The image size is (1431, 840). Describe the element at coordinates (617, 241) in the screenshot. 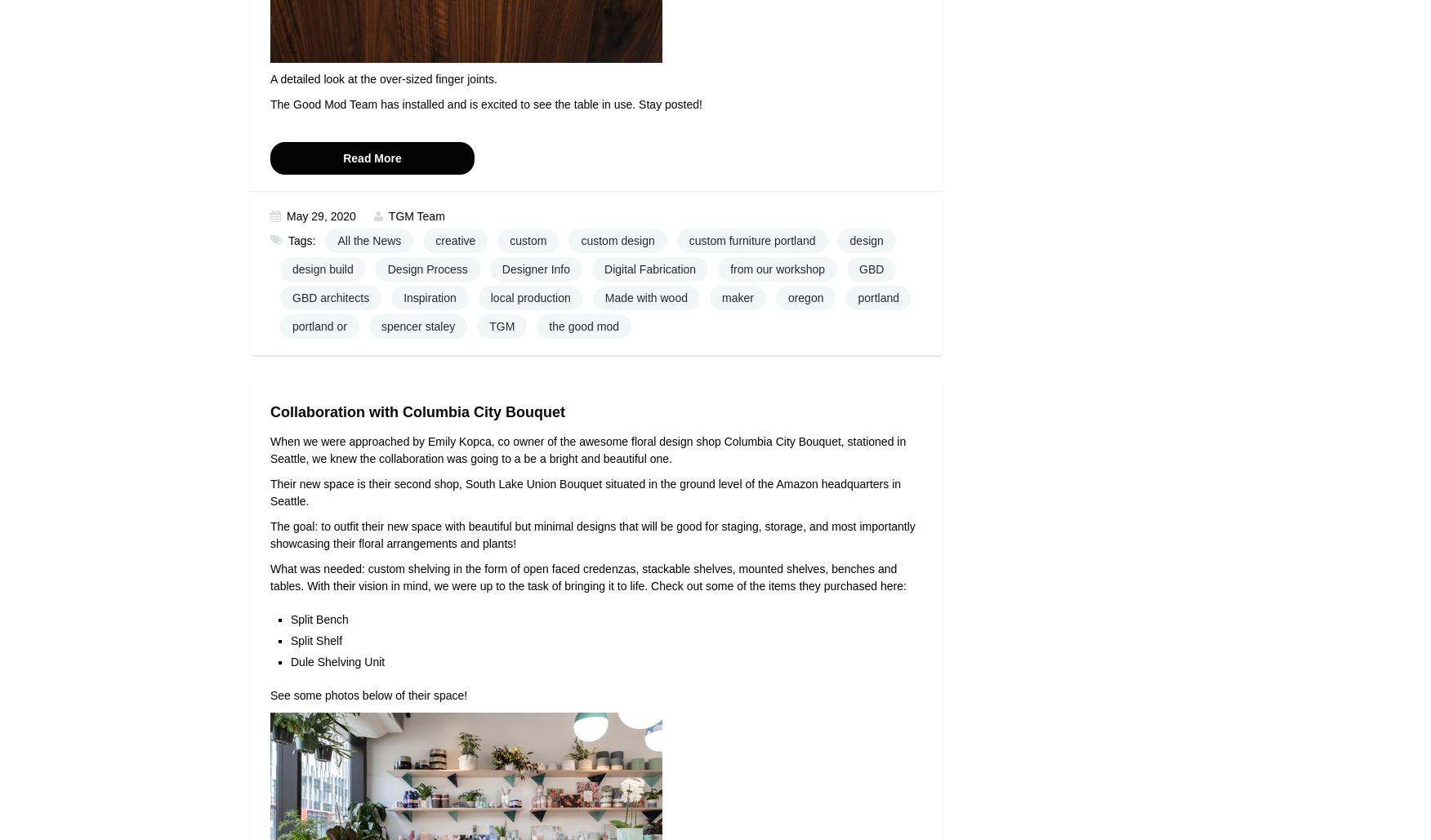

I see `'custom design'` at that location.